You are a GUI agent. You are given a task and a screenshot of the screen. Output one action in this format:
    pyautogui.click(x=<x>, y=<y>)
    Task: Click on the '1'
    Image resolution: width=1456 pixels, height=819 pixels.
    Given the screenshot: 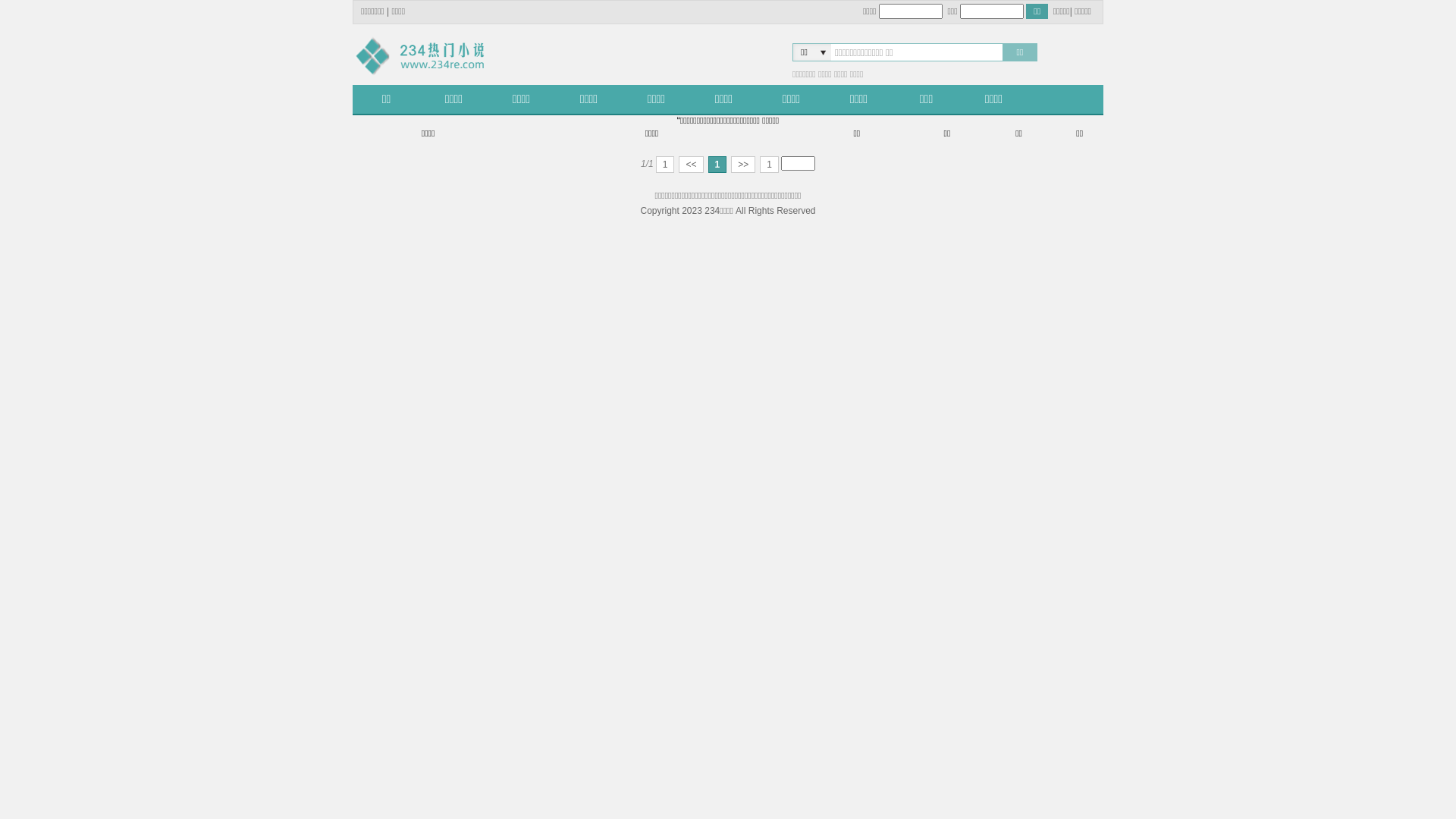 What is the action you would take?
    pyautogui.click(x=665, y=164)
    